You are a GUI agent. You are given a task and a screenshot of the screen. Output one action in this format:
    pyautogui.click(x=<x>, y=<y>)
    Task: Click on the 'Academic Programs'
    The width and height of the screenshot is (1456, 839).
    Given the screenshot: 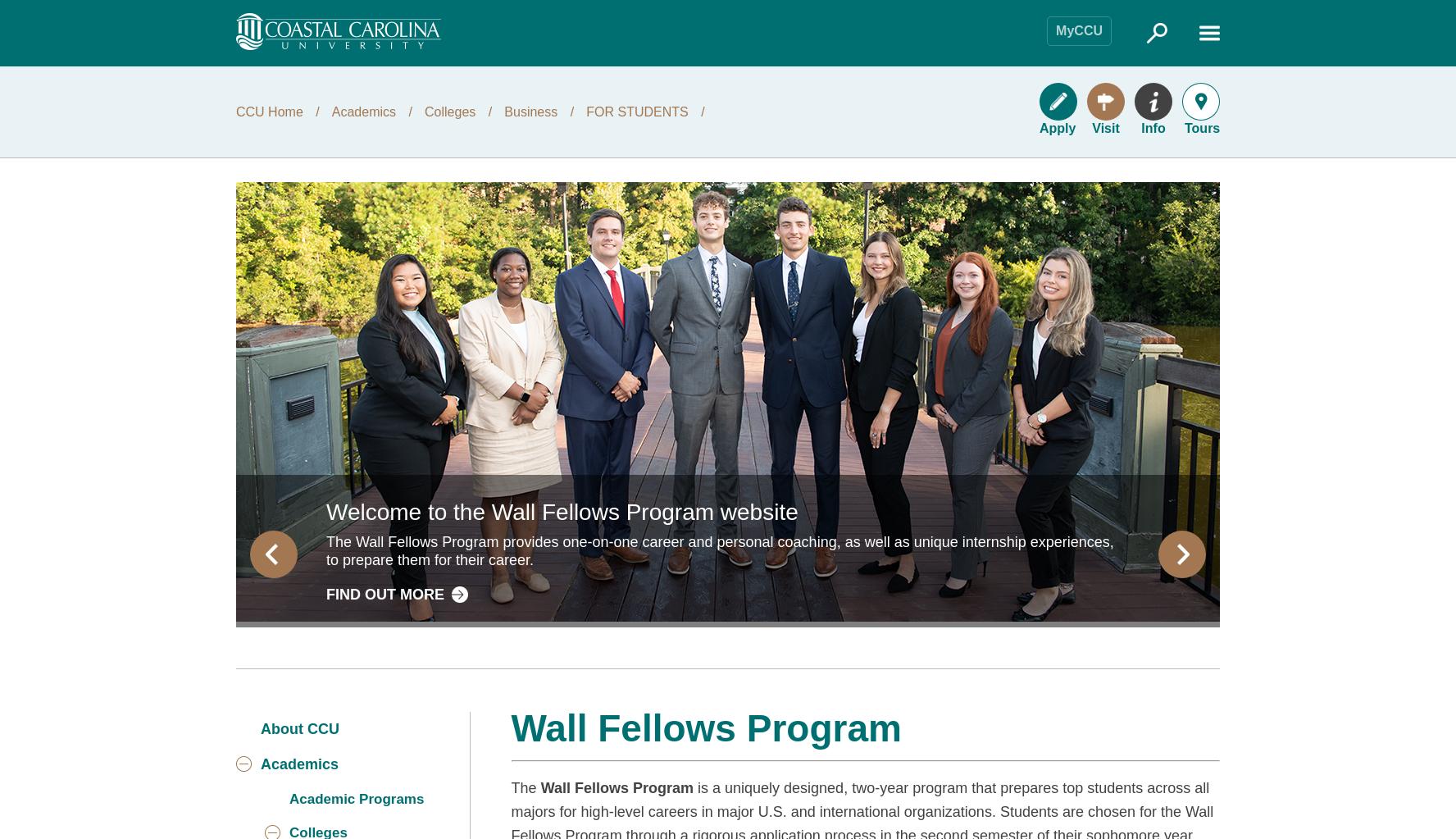 What is the action you would take?
    pyautogui.click(x=356, y=798)
    